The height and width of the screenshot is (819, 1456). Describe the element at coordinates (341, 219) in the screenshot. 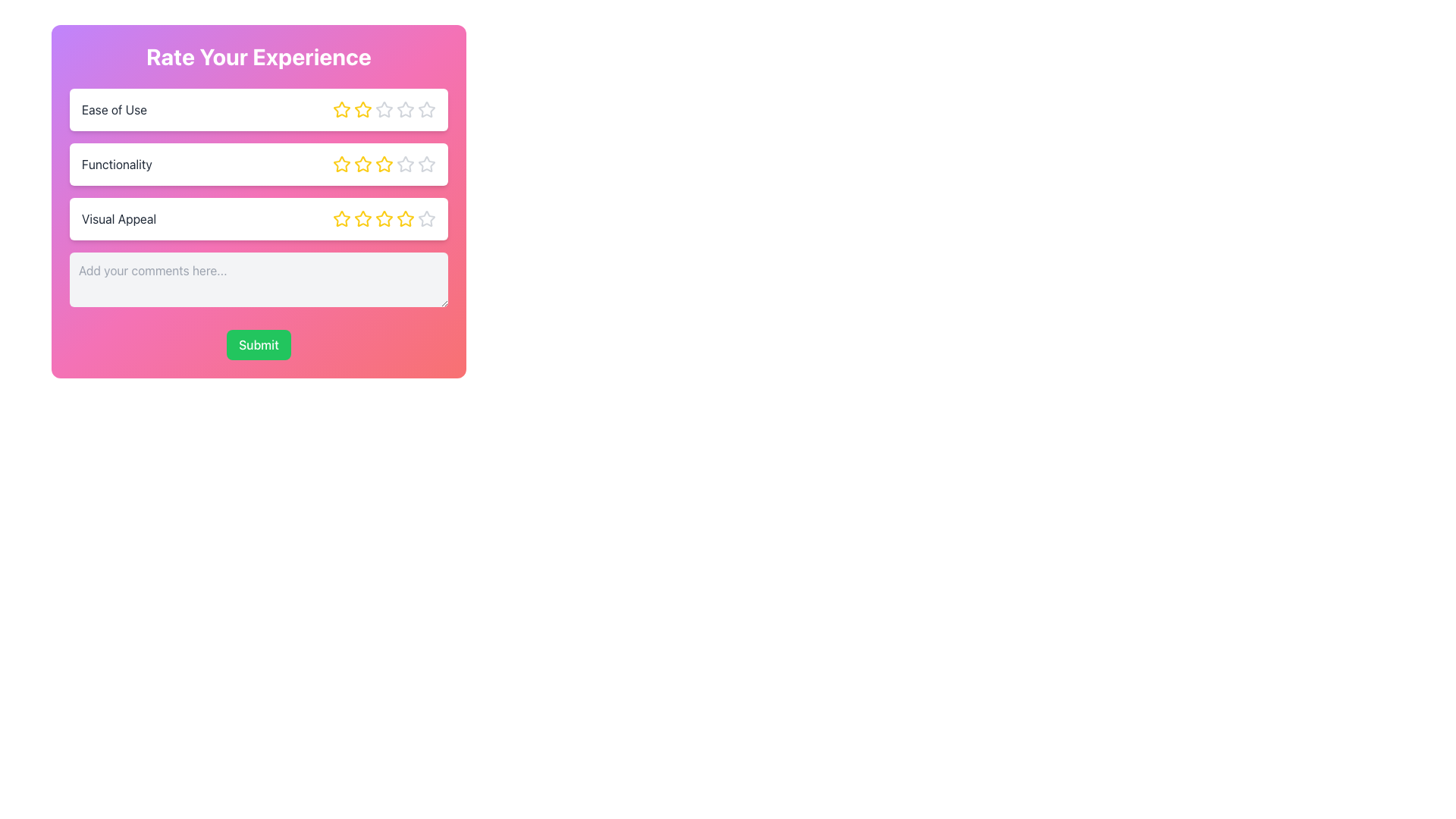

I see `the first yellow star icon in the rating scale for 'Visual Appeal'` at that location.